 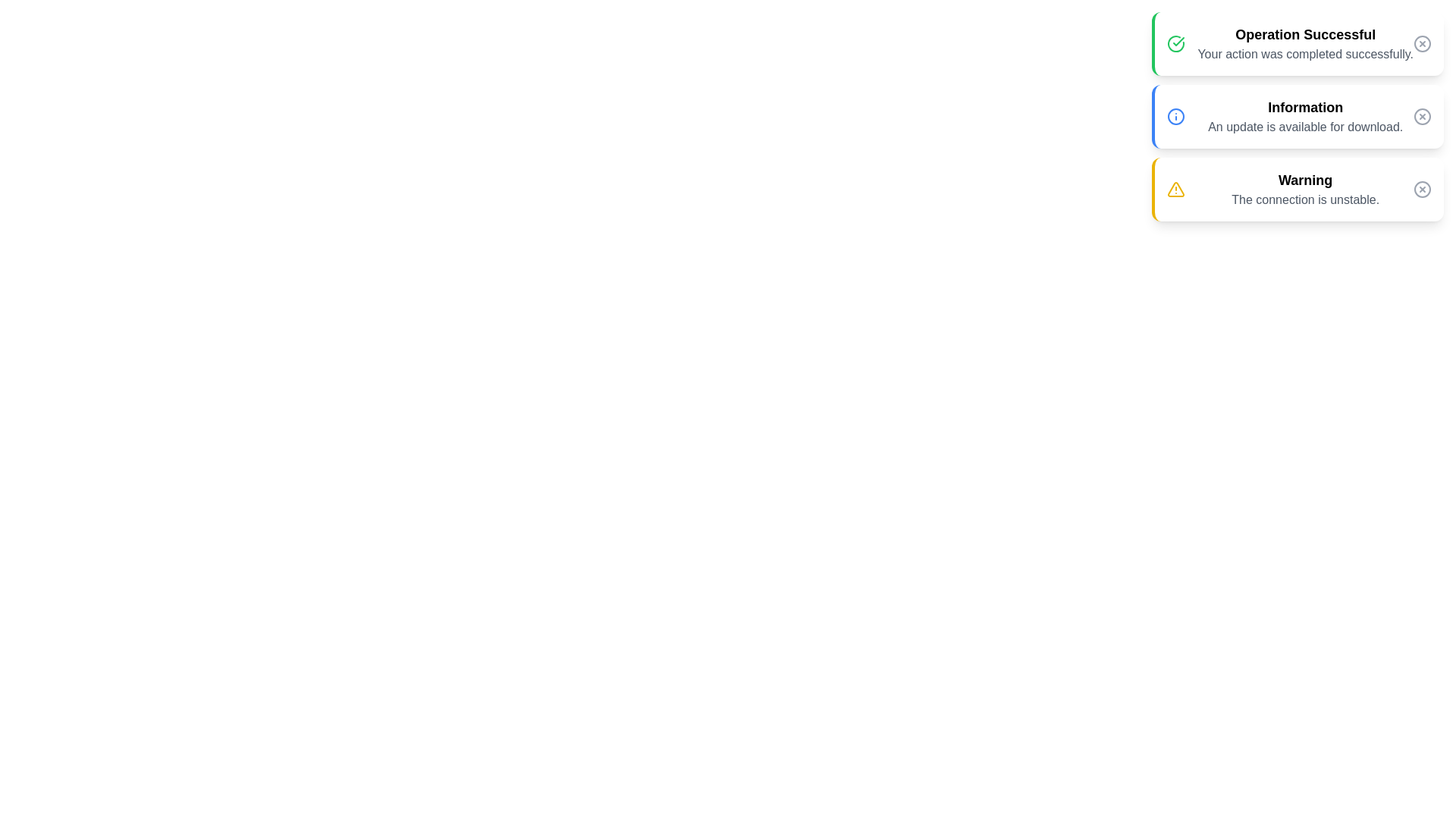 What do you see at coordinates (1296, 189) in the screenshot?
I see `the notification with type warning` at bounding box center [1296, 189].